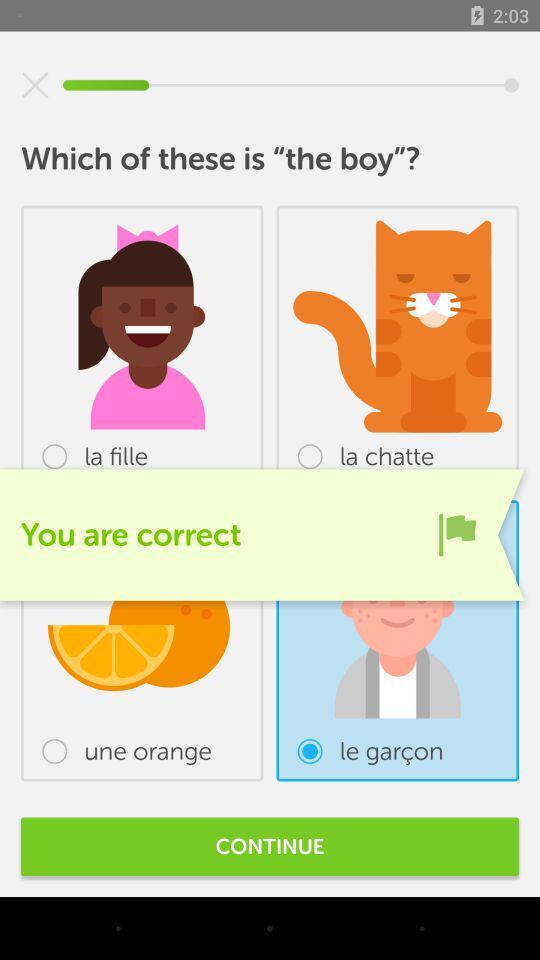  I want to click on continue, so click(270, 845).